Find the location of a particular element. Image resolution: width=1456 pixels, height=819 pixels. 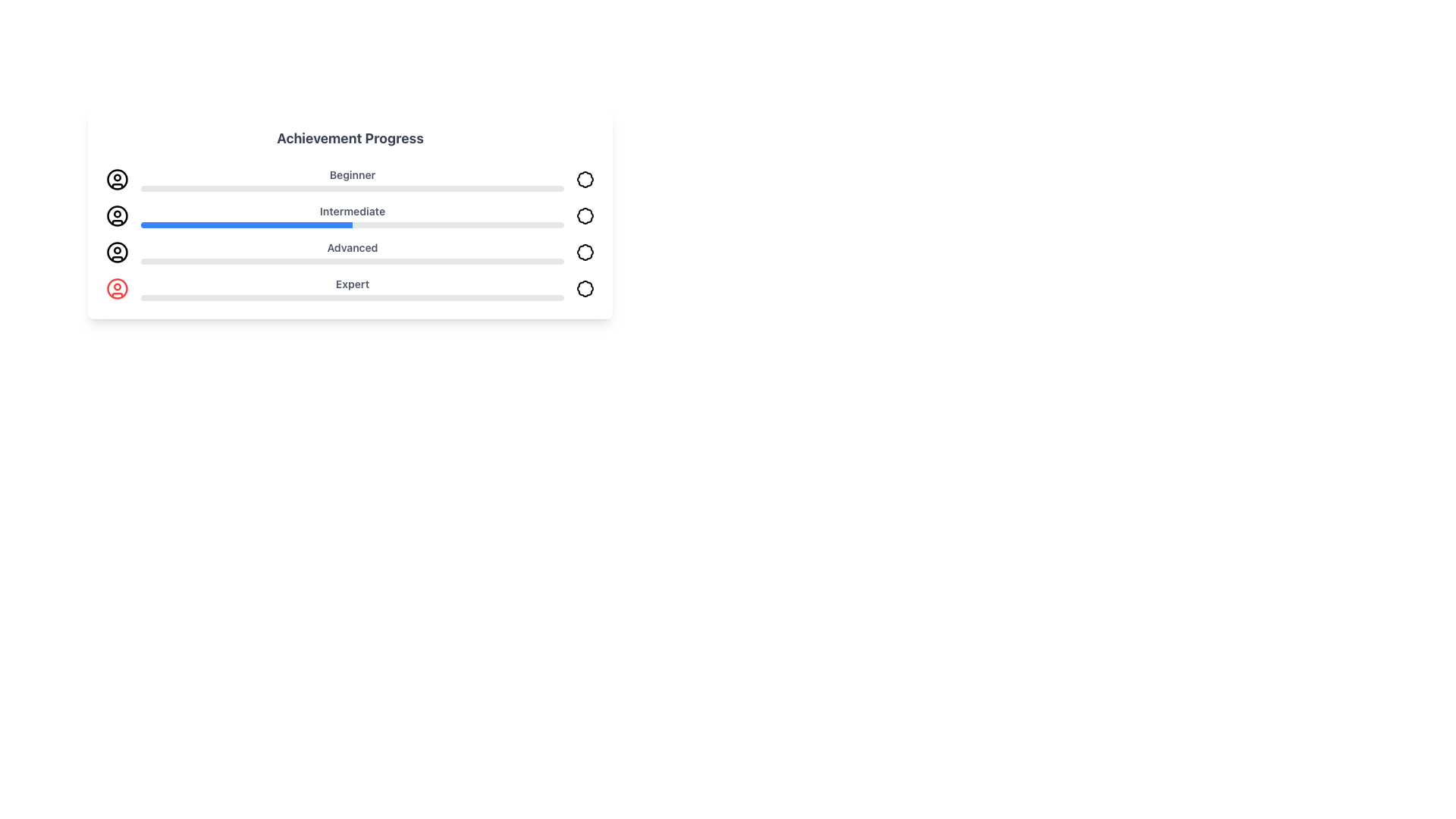

the circular user icon with a yellow fill and bold outline, located in the leftmost position of the 'Advanced' section, aligning vertically with the 'Advanced' text and the progress bar is located at coordinates (116, 251).